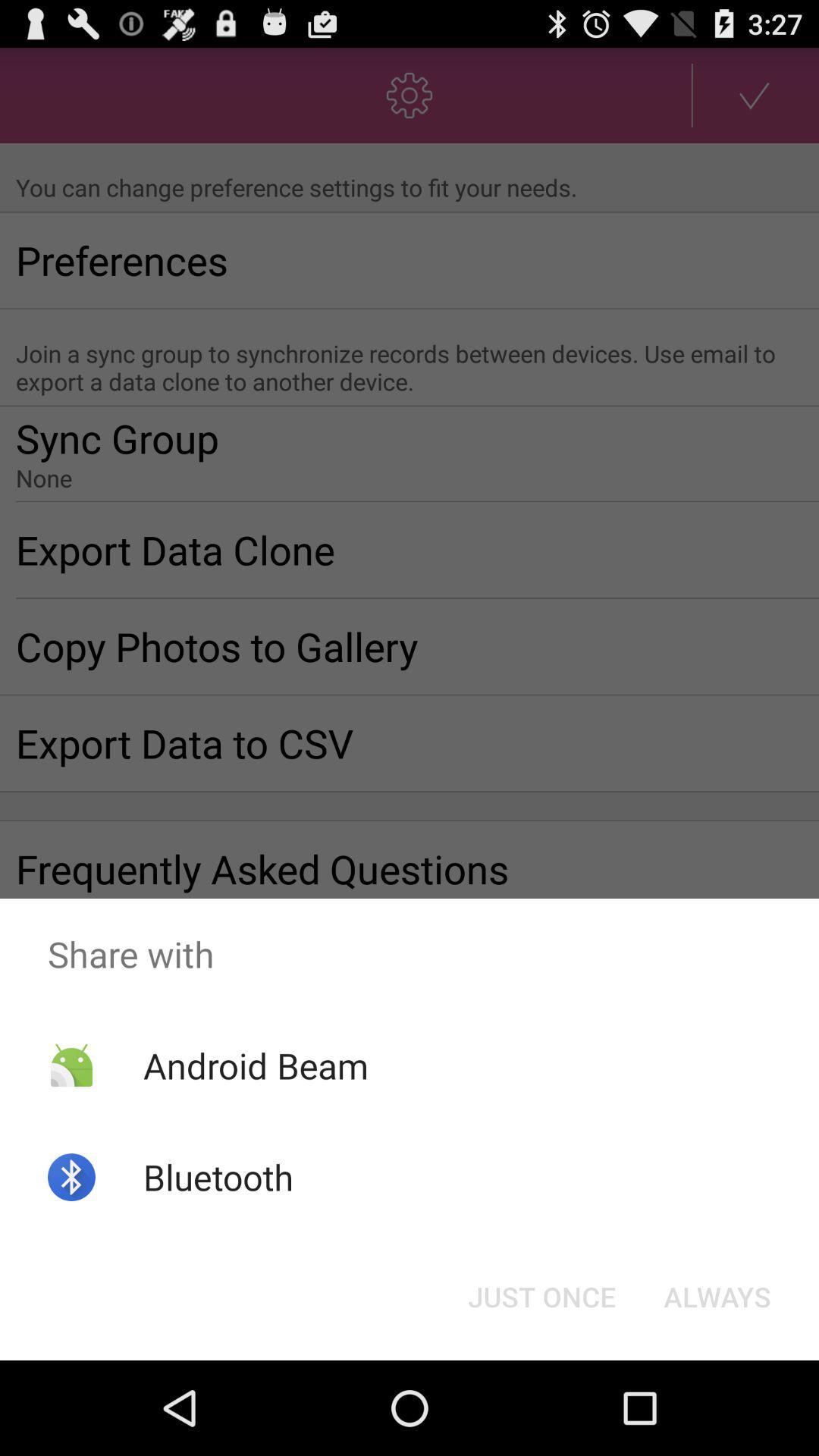 Image resolution: width=819 pixels, height=1456 pixels. I want to click on the item next to the always icon, so click(541, 1295).